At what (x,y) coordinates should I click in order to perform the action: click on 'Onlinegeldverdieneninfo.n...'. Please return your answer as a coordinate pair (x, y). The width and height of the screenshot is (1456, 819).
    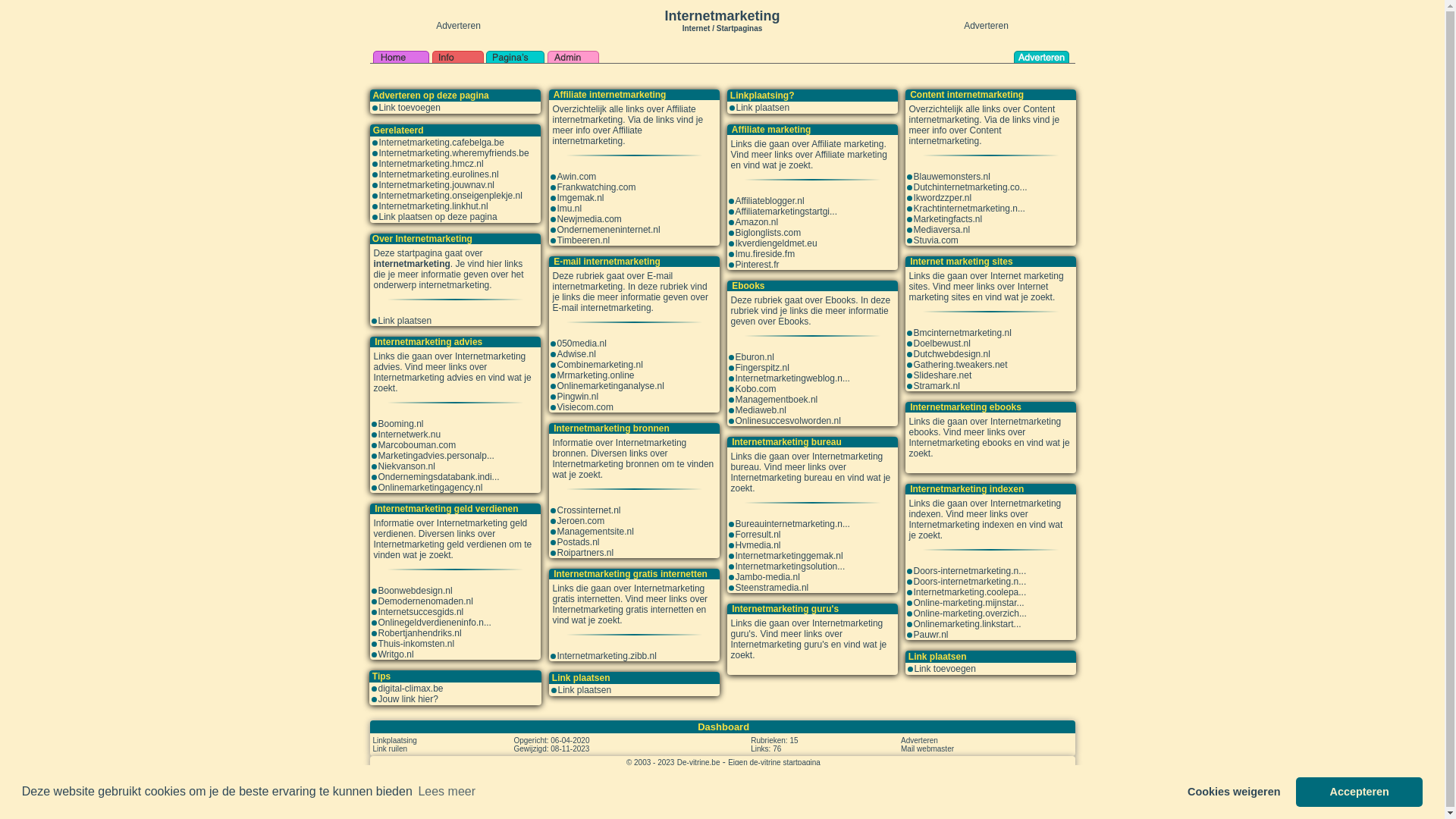
    Looking at the image, I should click on (433, 623).